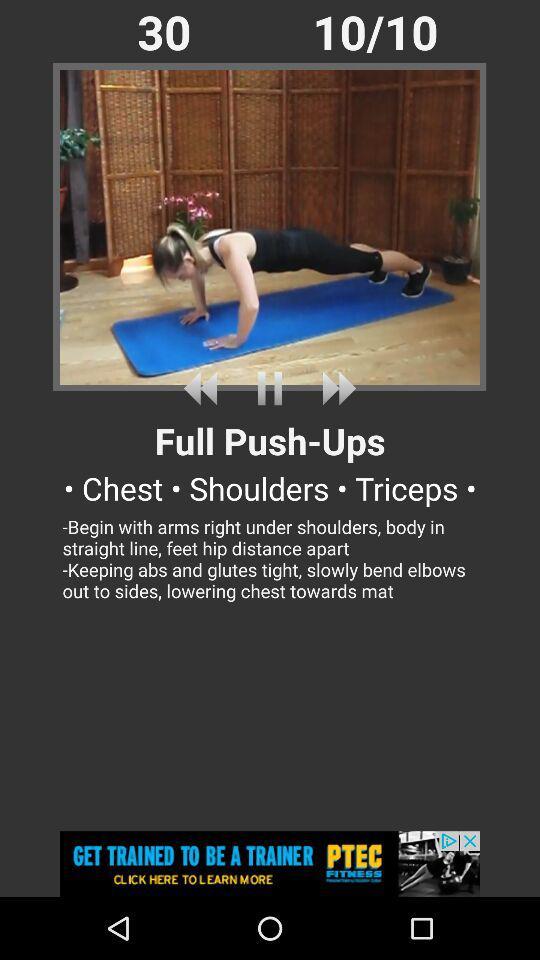  Describe the element at coordinates (270, 387) in the screenshot. I see `pause video` at that location.